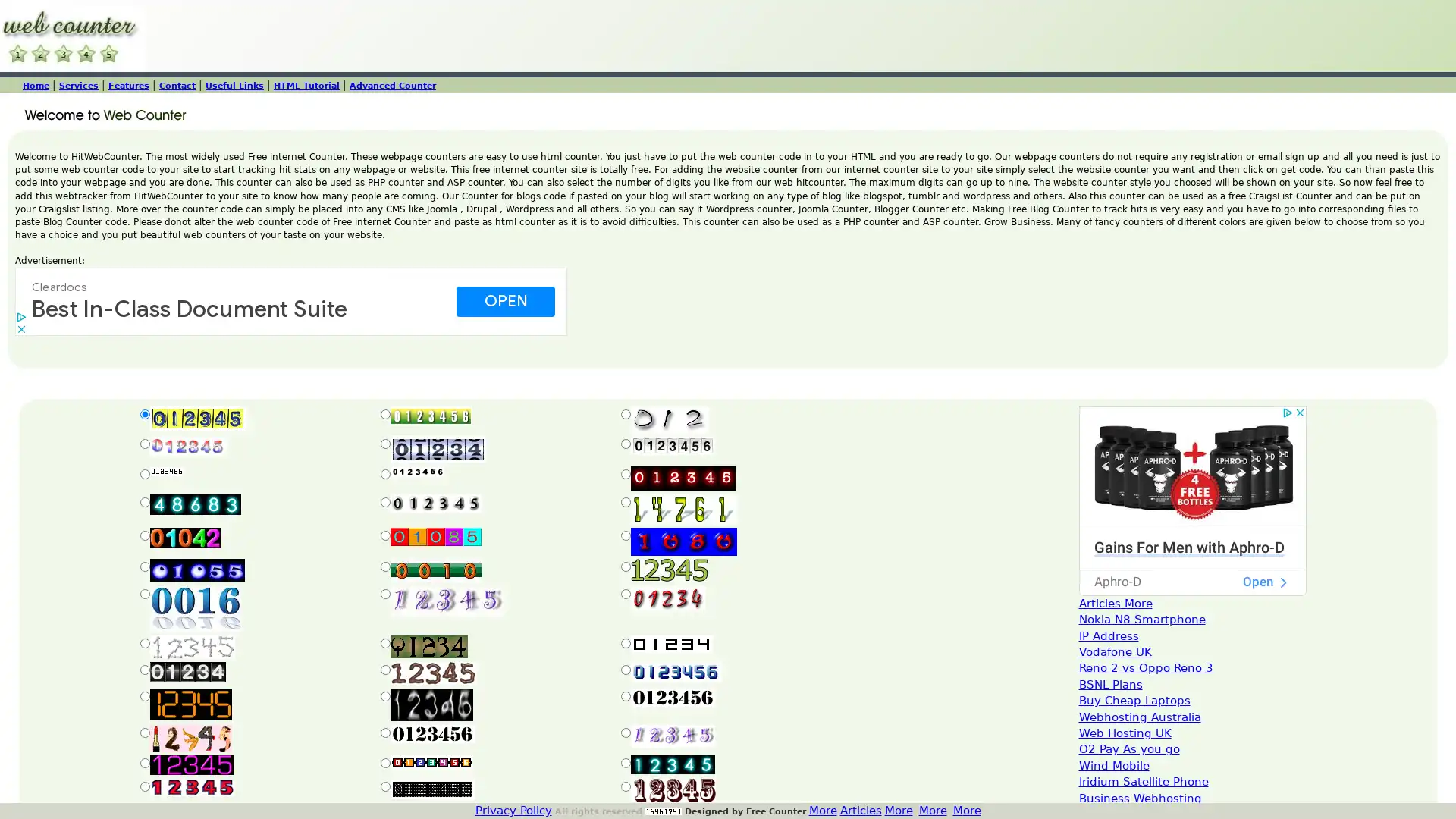 The width and height of the screenshot is (1456, 819). I want to click on Submit, so click(428, 646).